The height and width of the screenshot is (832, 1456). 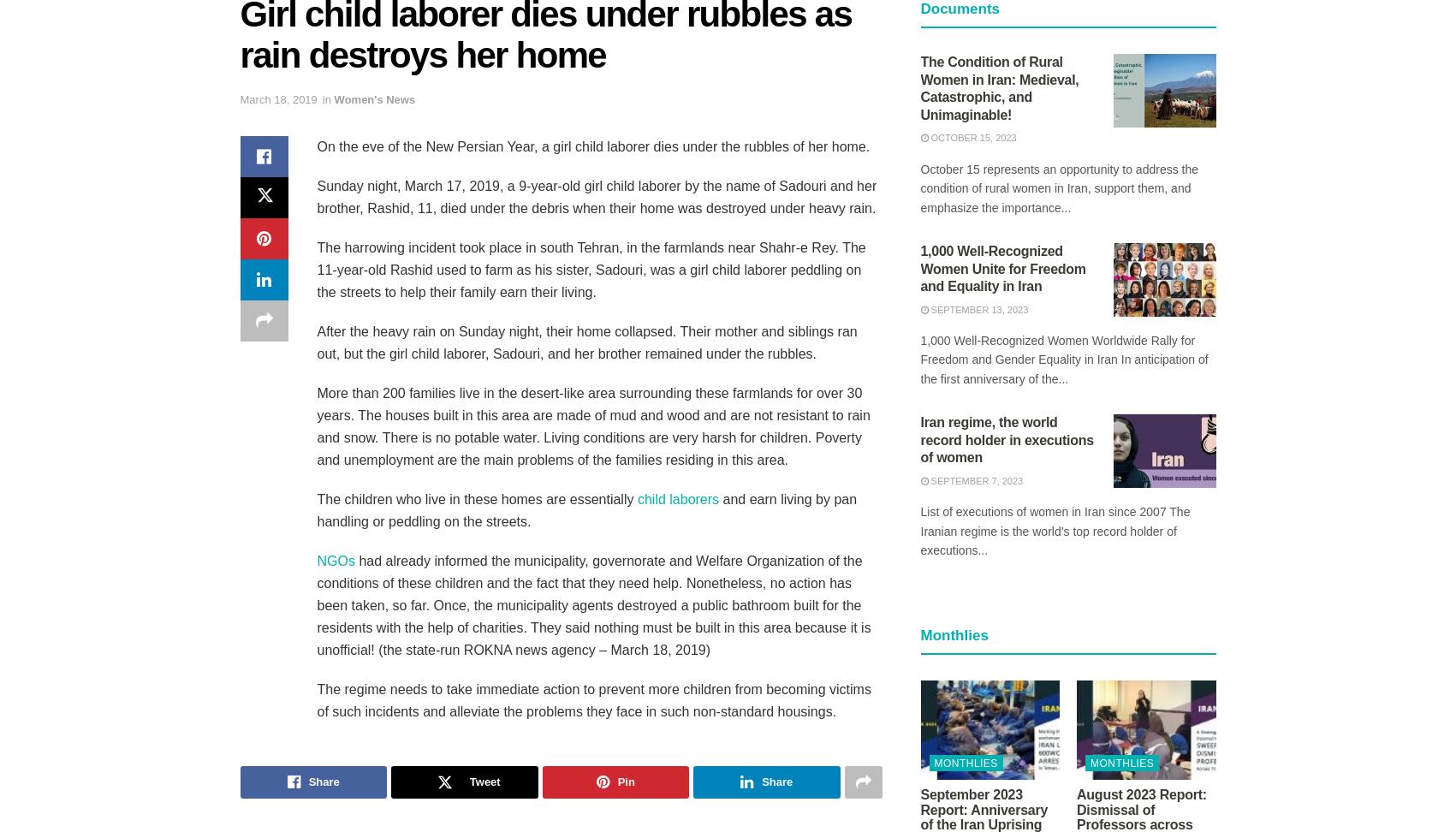 I want to click on 'The harrowing incident took place in south Tehran, in the farmlands near Shahr-e Rey. The 11-year-old Rashid used to farm as his sister, Sadouri, was a girl child laborer peddling on the streets to help their family earn their living.', so click(x=590, y=268).